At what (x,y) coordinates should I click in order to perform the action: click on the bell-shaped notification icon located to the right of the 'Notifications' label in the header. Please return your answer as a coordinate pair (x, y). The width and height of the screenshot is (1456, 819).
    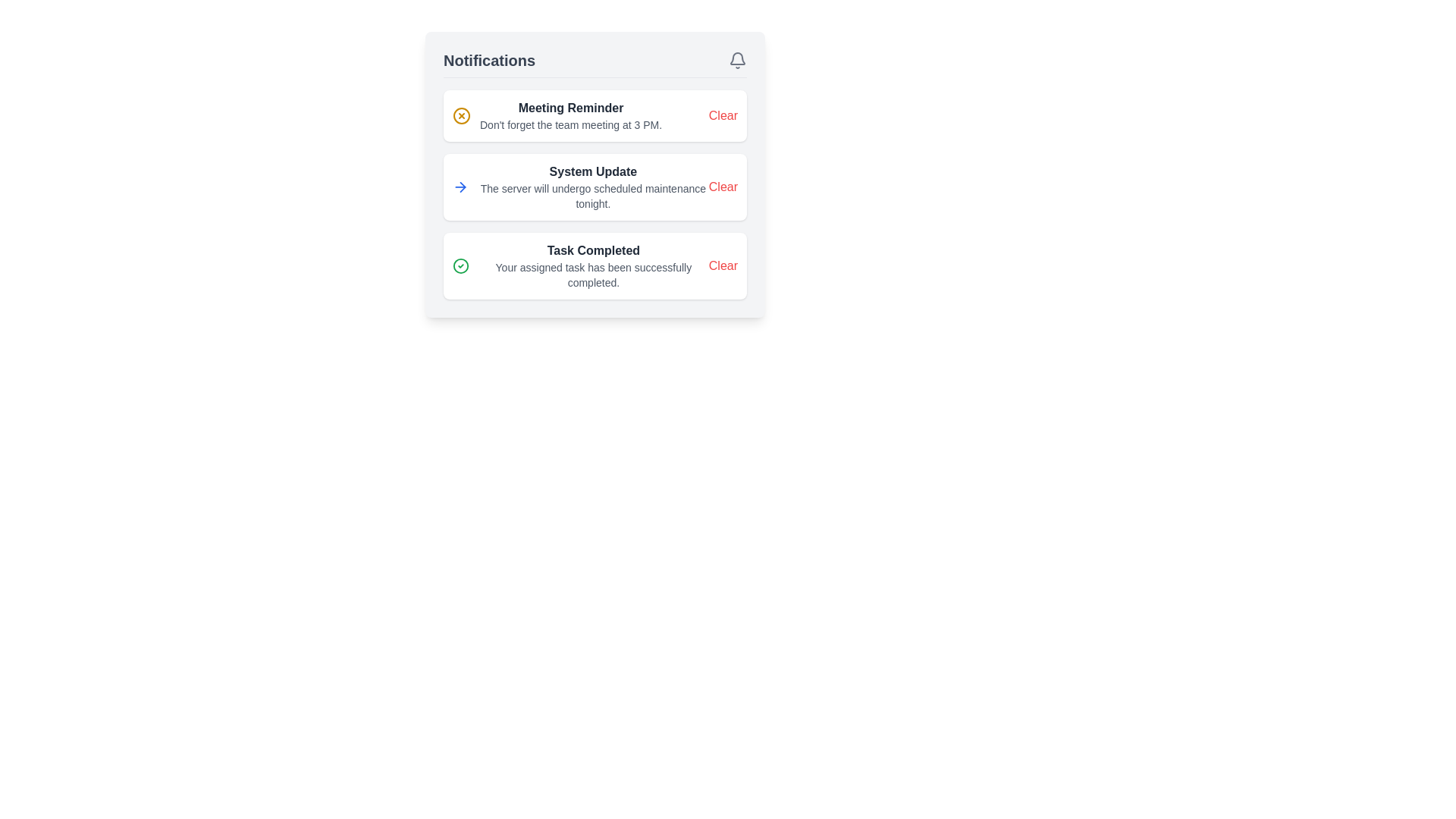
    Looking at the image, I should click on (738, 60).